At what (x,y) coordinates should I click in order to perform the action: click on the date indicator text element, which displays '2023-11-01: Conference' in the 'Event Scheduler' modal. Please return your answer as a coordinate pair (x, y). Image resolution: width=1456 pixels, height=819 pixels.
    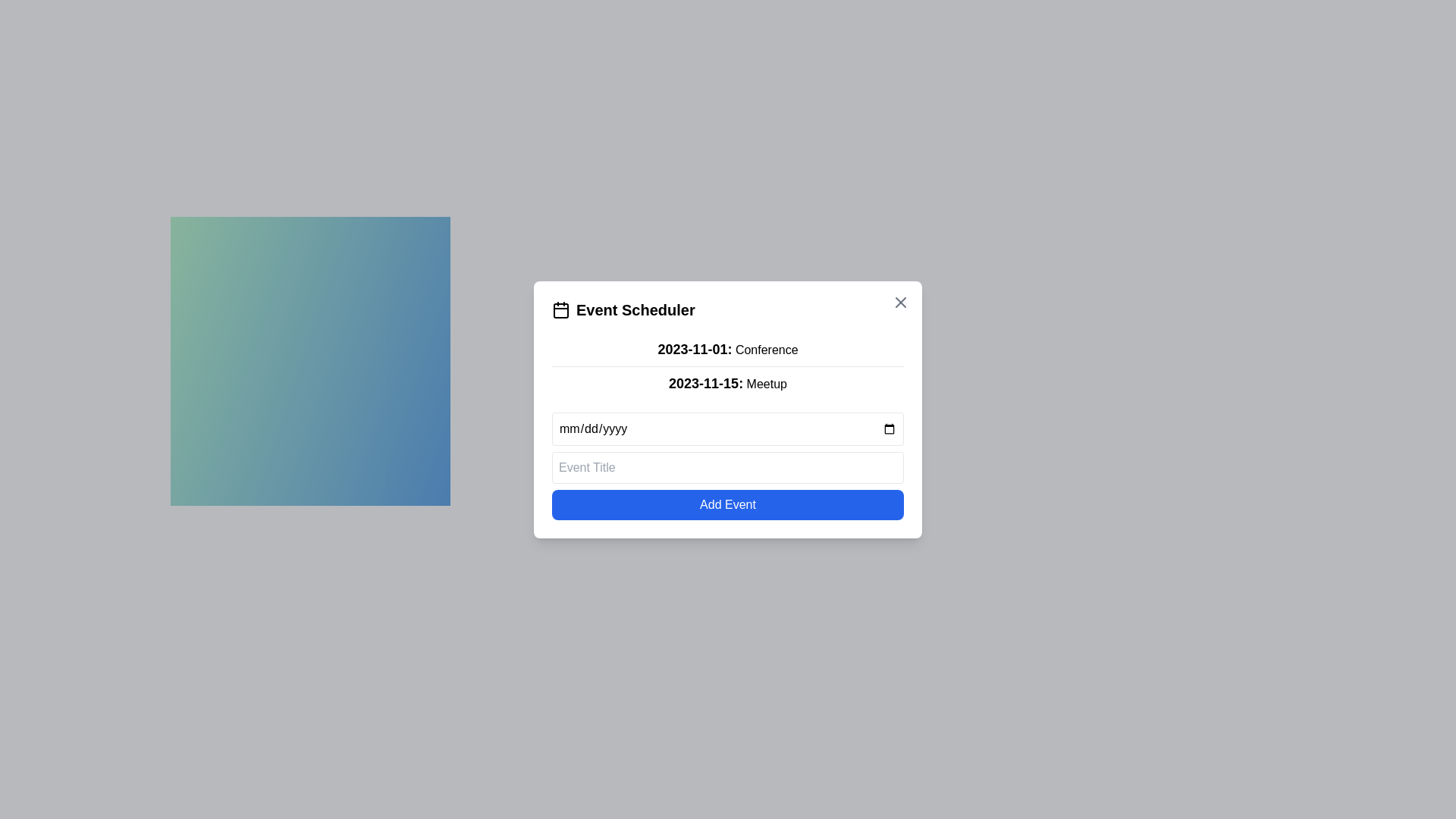
    Looking at the image, I should click on (694, 349).